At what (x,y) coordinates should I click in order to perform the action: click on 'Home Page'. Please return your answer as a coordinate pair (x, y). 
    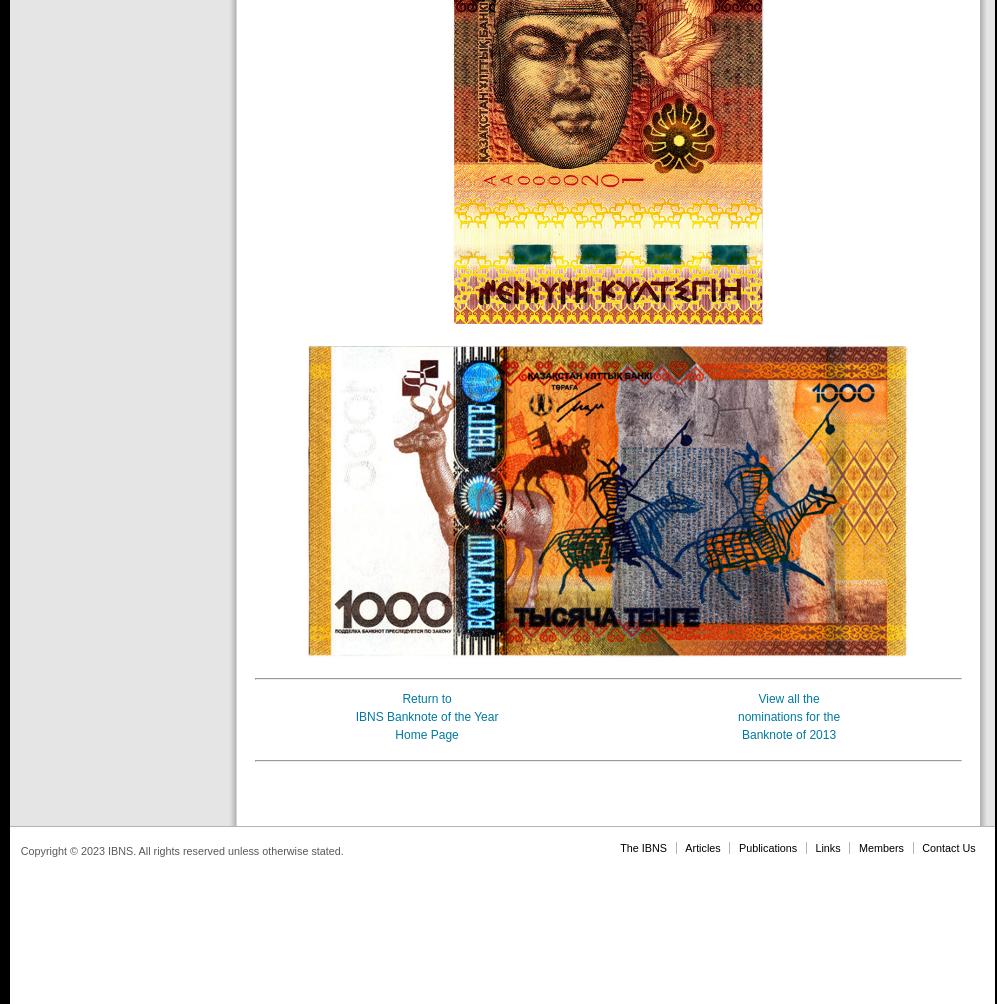
    Looking at the image, I should click on (425, 734).